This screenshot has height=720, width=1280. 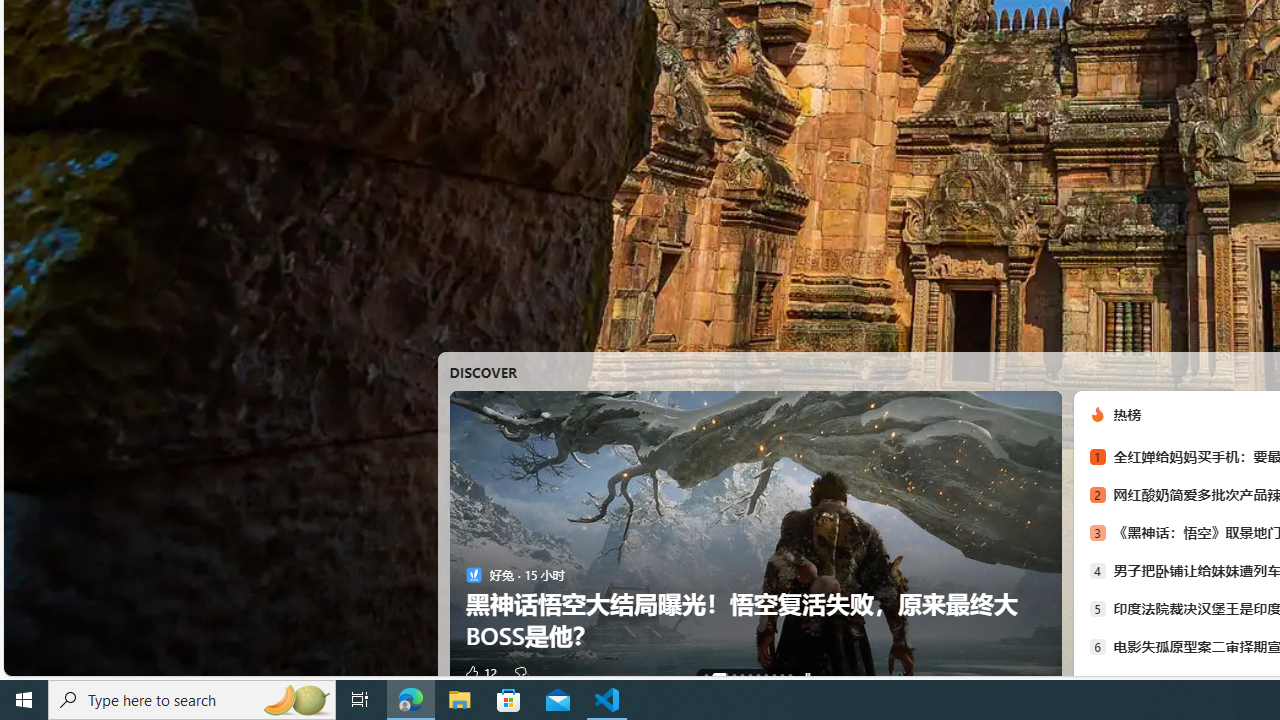 I want to click on 'AutomationID: tab-4', so click(x=749, y=675).